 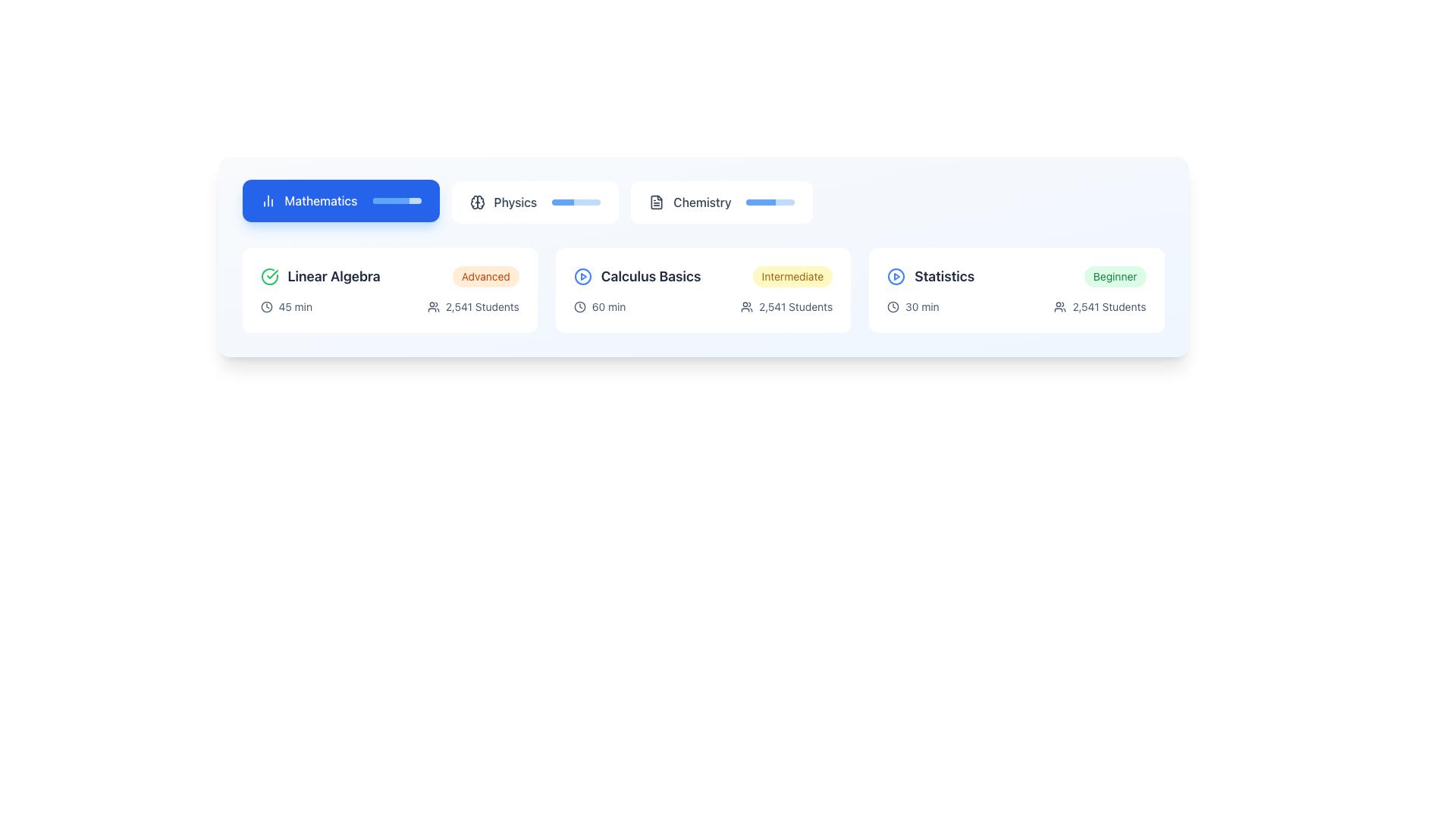 What do you see at coordinates (1059, 307) in the screenshot?
I see `the small user icon, which is styled as two overlapping outlines of heads and shoulders, located to the left of the text '2,541 Students'` at bounding box center [1059, 307].